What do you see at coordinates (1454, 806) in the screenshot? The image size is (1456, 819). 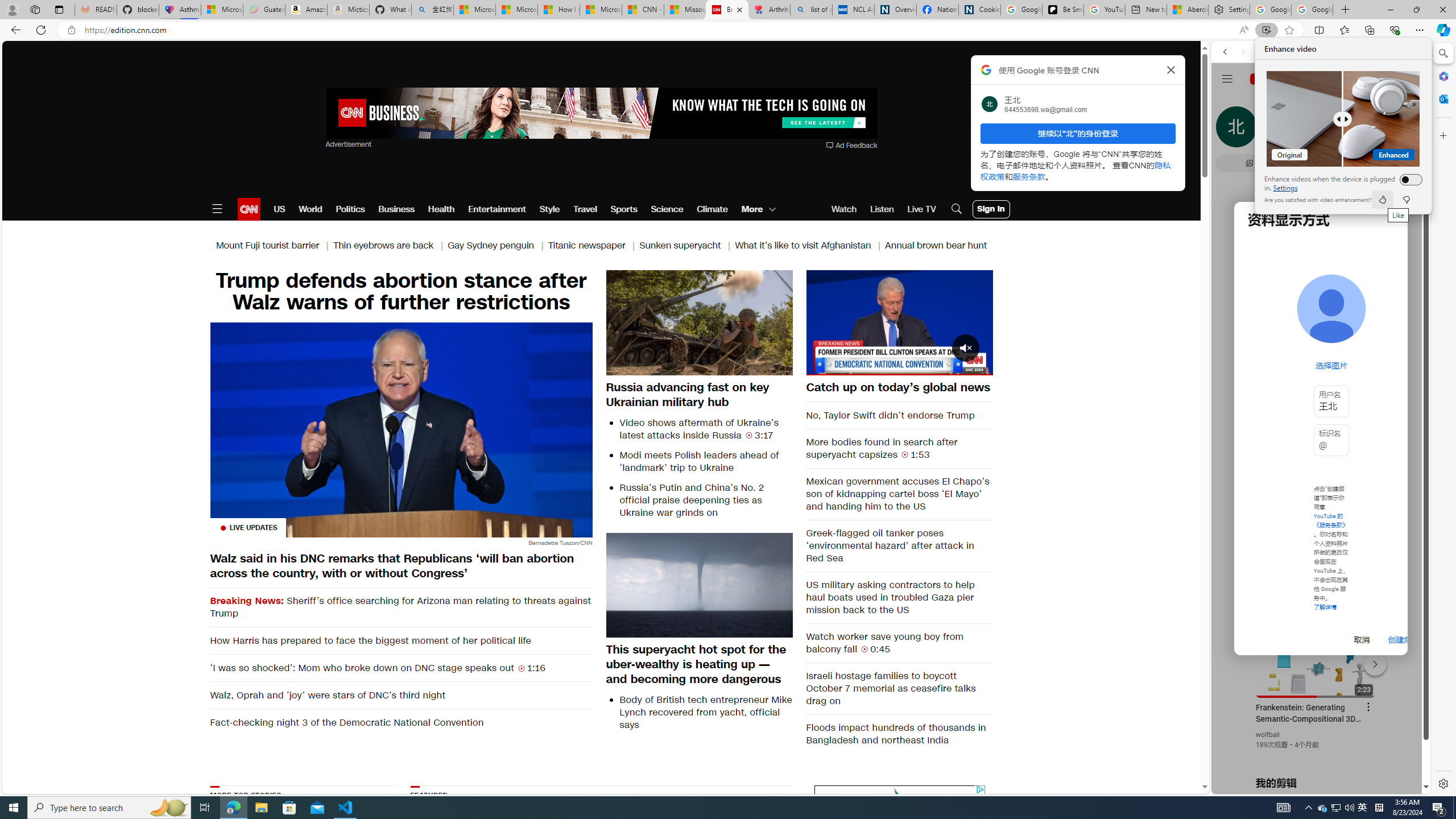 I see `'Show desktop'` at bounding box center [1454, 806].